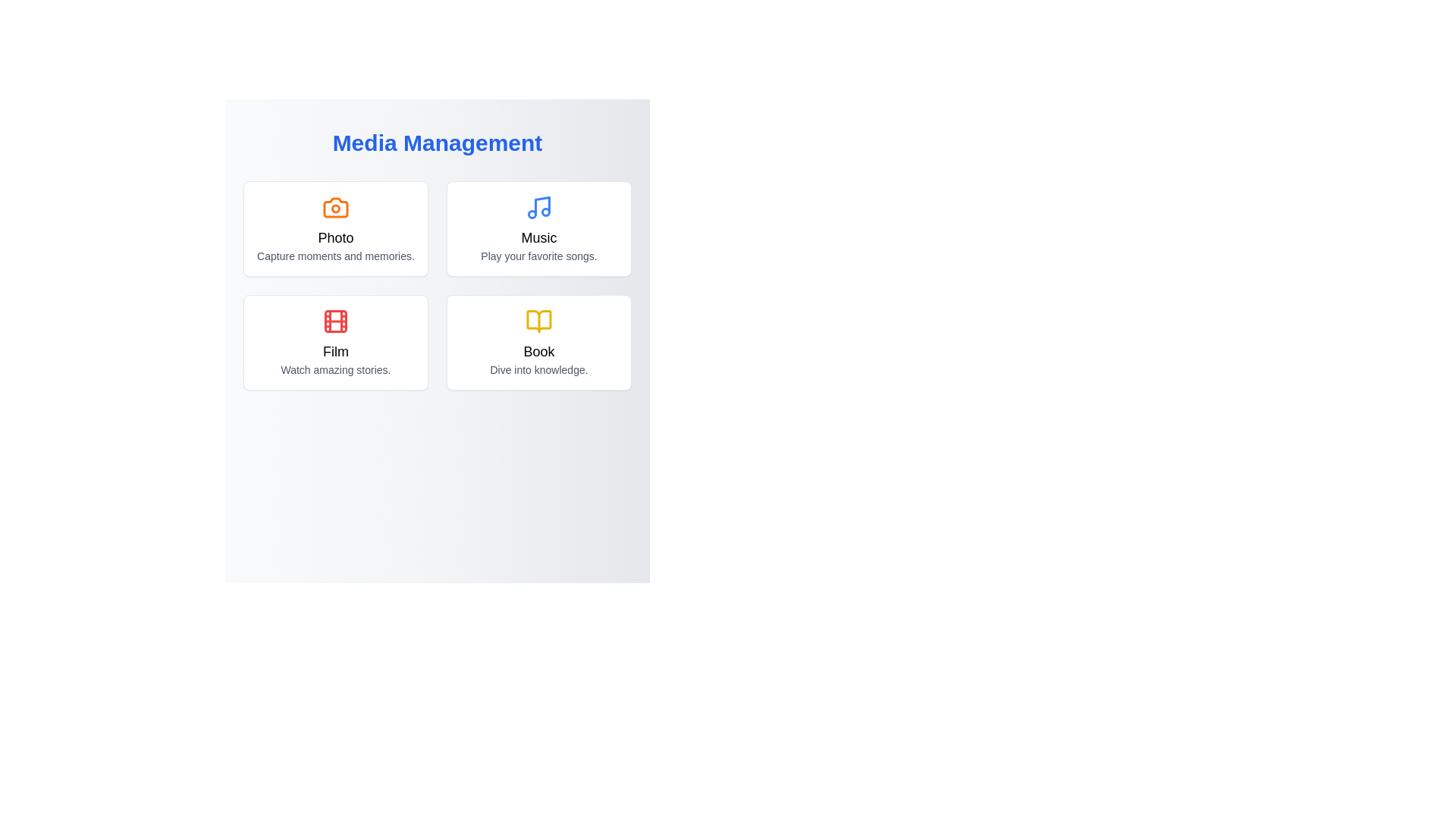 This screenshot has width=1456, height=819. I want to click on the graphic icon component that represents the stem of the music note, which is part of the 'Music' button in the top row of the button grid, so click(542, 206).